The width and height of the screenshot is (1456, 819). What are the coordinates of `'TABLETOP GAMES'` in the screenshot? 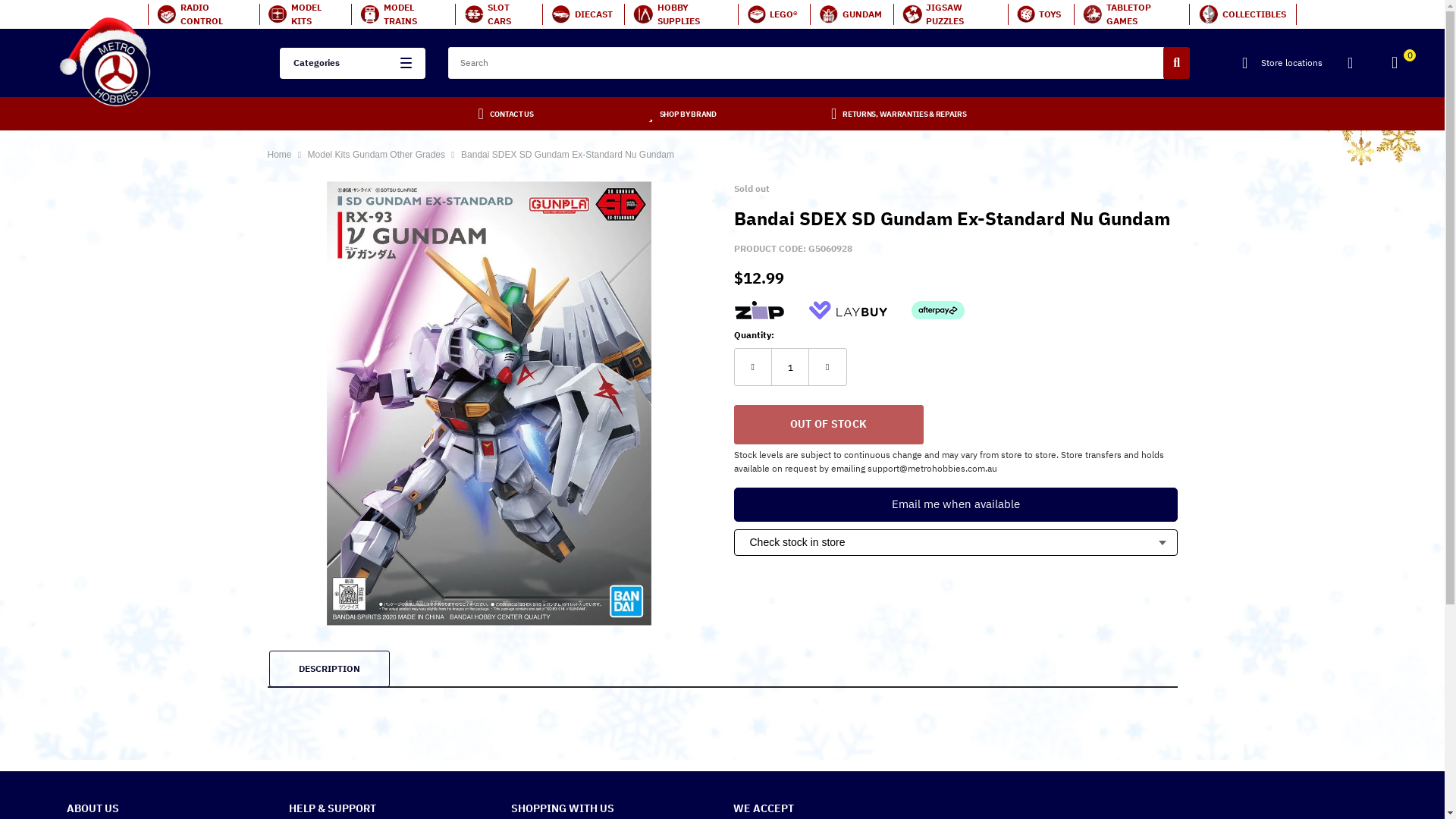 It's located at (1131, 14).